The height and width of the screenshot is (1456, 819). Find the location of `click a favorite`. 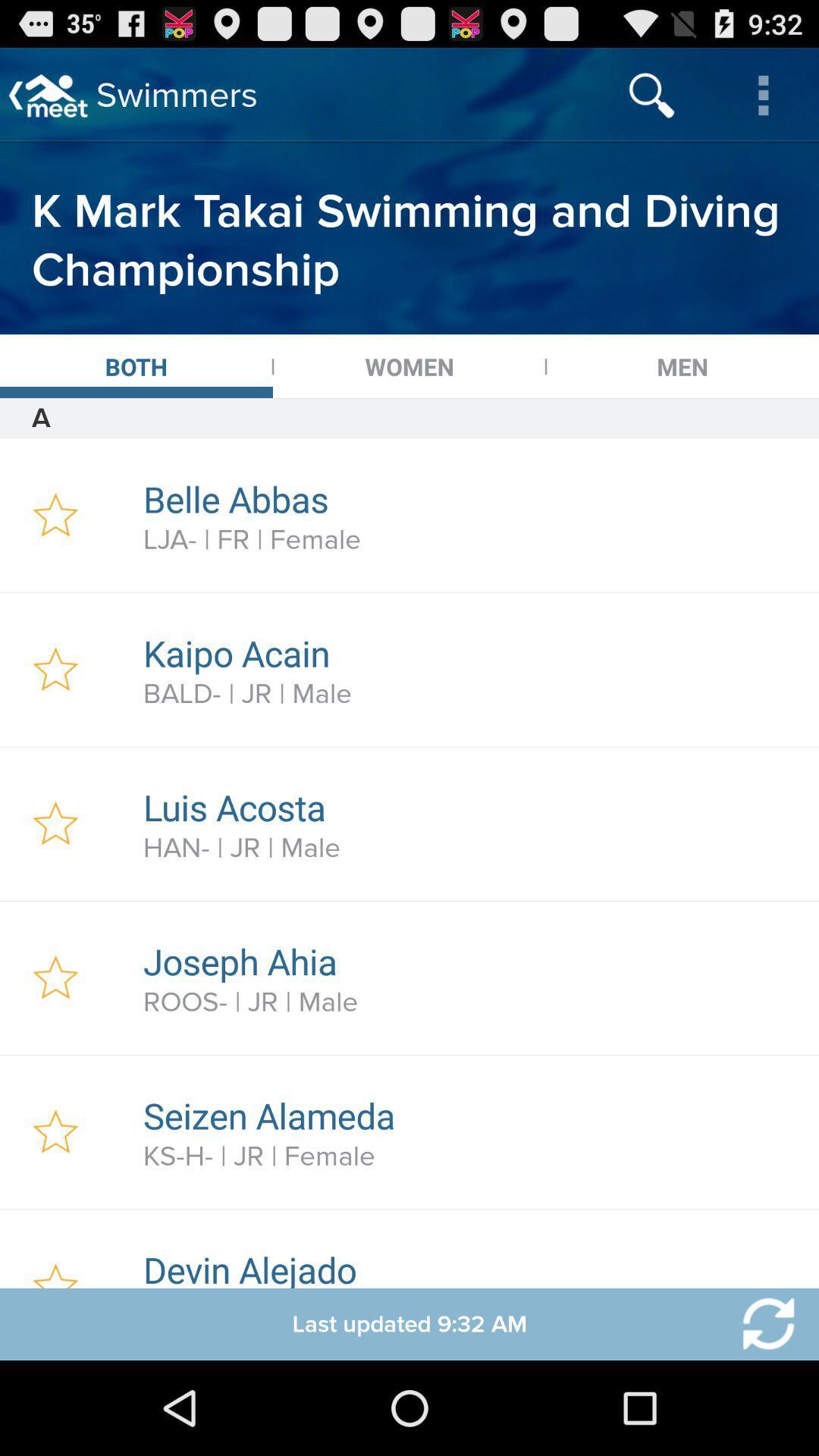

click a favorite is located at coordinates (55, 823).